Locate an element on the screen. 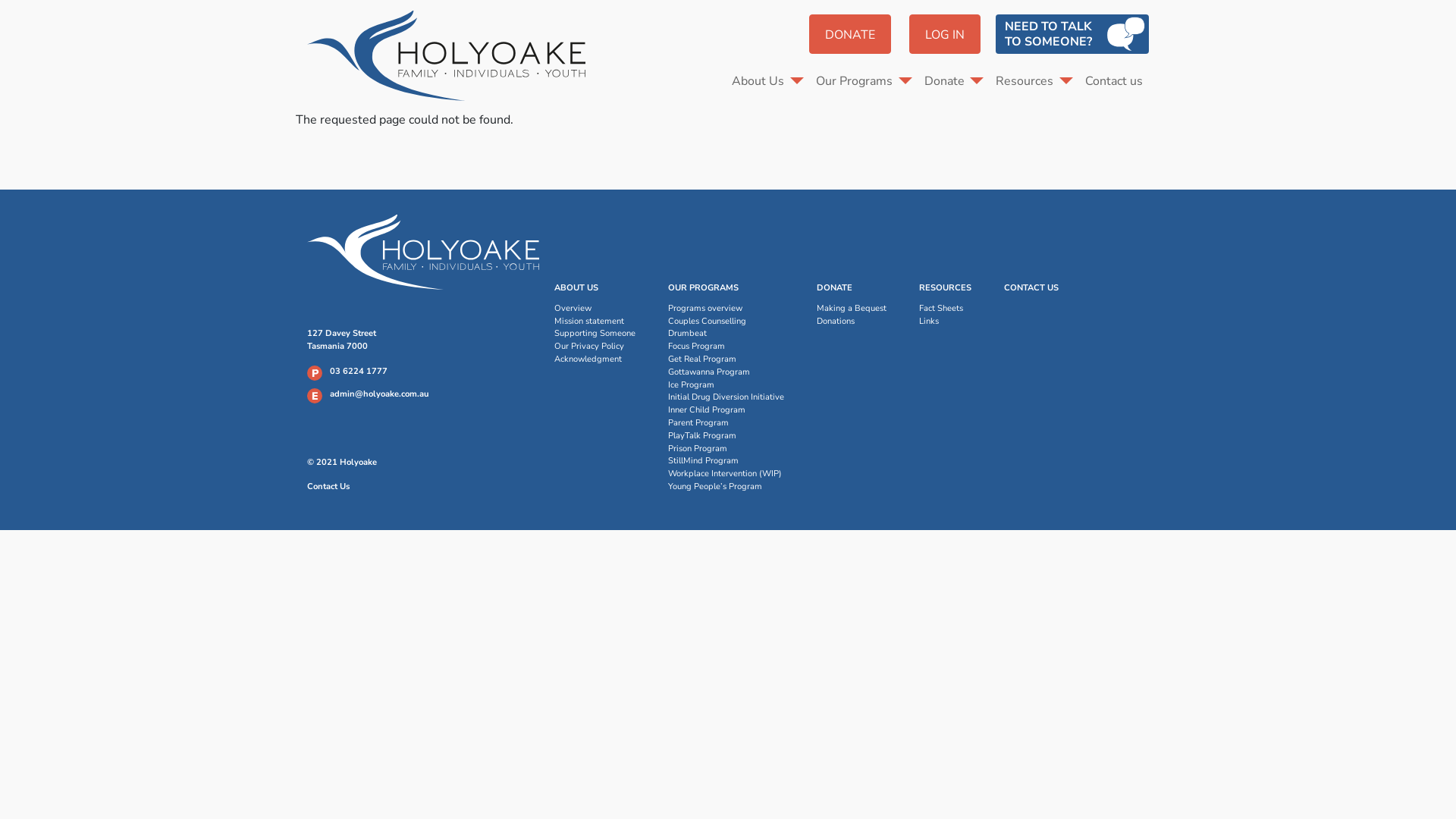 This screenshot has width=1456, height=819. 'Couples Counselling' is located at coordinates (725, 321).